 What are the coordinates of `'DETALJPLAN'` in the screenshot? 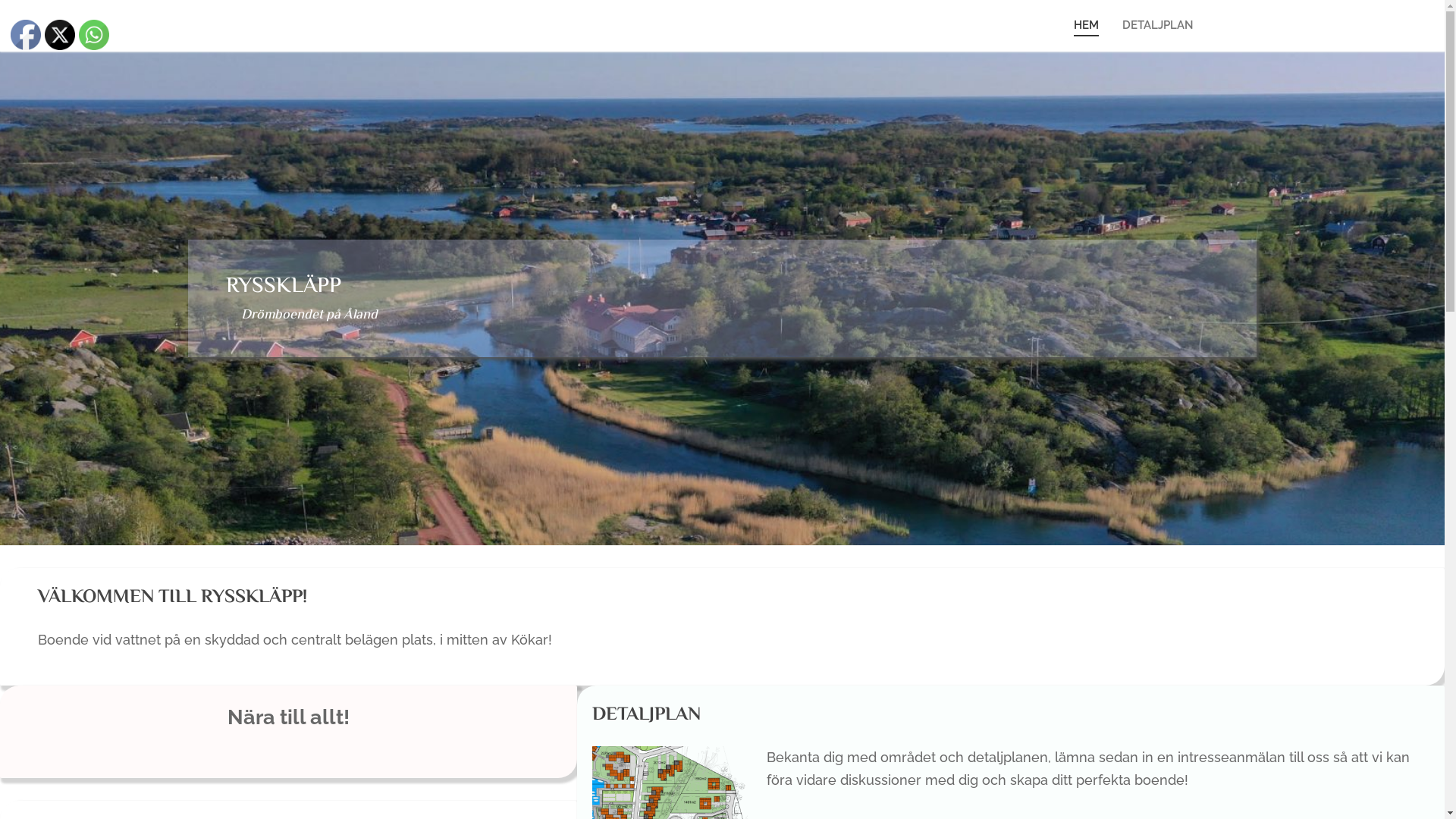 It's located at (1156, 25).